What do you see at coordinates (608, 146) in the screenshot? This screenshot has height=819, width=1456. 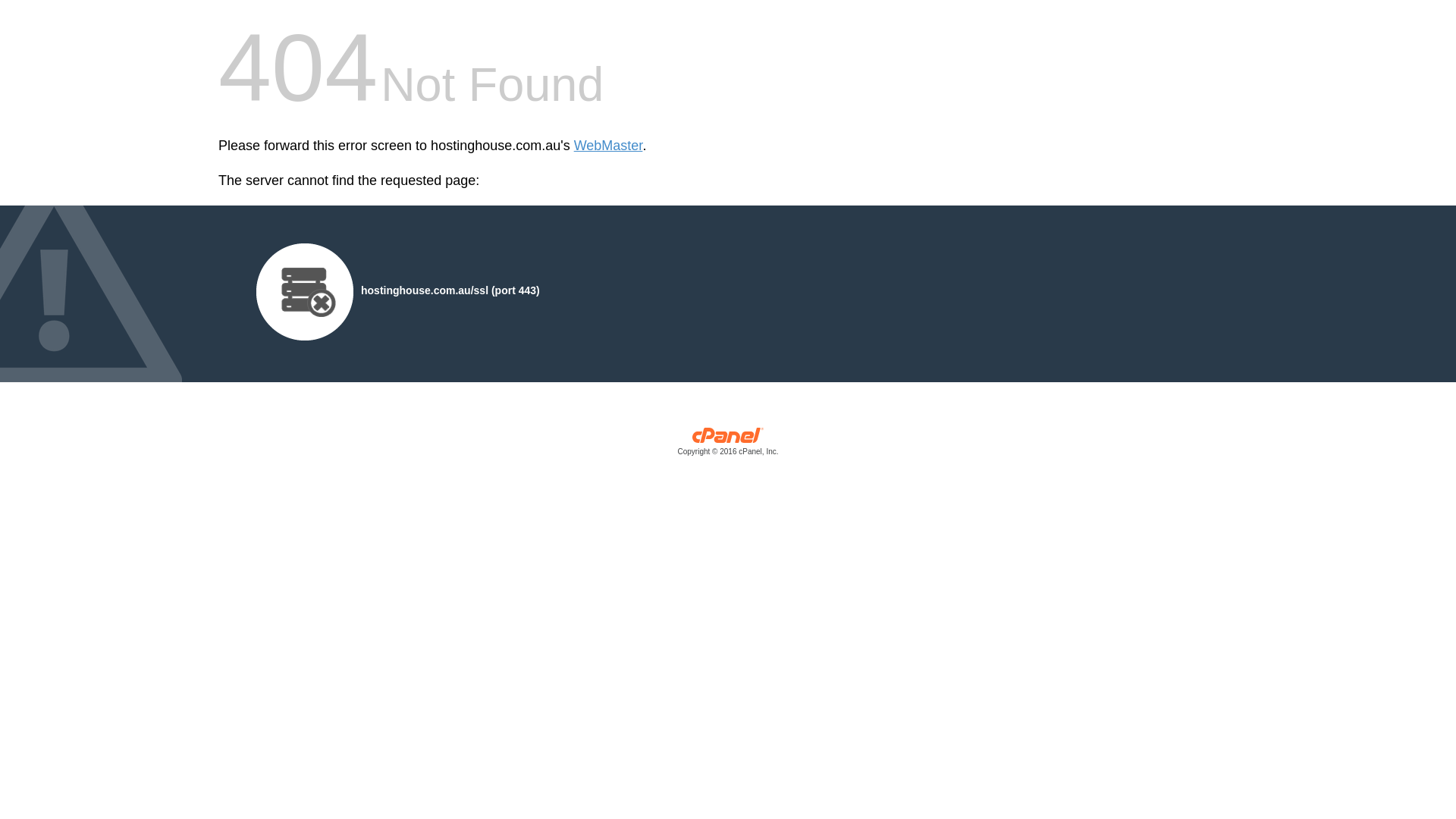 I see `'WebMaster'` at bounding box center [608, 146].